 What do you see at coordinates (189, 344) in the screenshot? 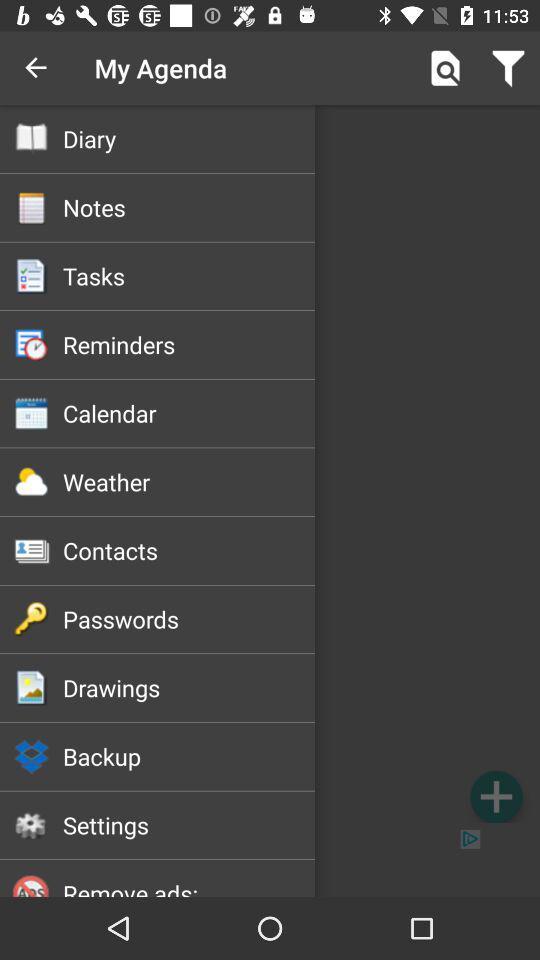
I see `reminders icon` at bounding box center [189, 344].